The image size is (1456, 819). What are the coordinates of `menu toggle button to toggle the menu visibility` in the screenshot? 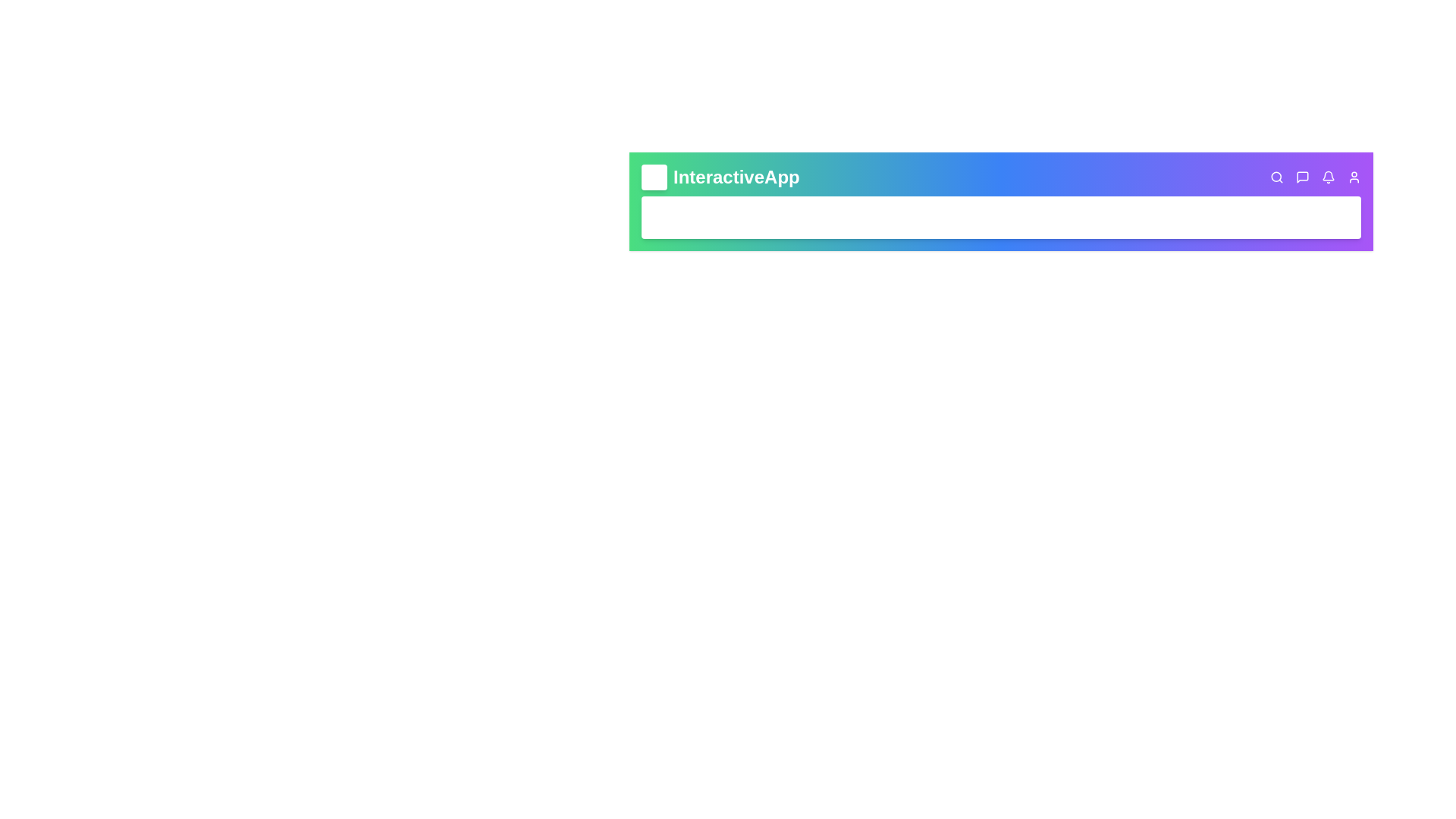 It's located at (654, 177).